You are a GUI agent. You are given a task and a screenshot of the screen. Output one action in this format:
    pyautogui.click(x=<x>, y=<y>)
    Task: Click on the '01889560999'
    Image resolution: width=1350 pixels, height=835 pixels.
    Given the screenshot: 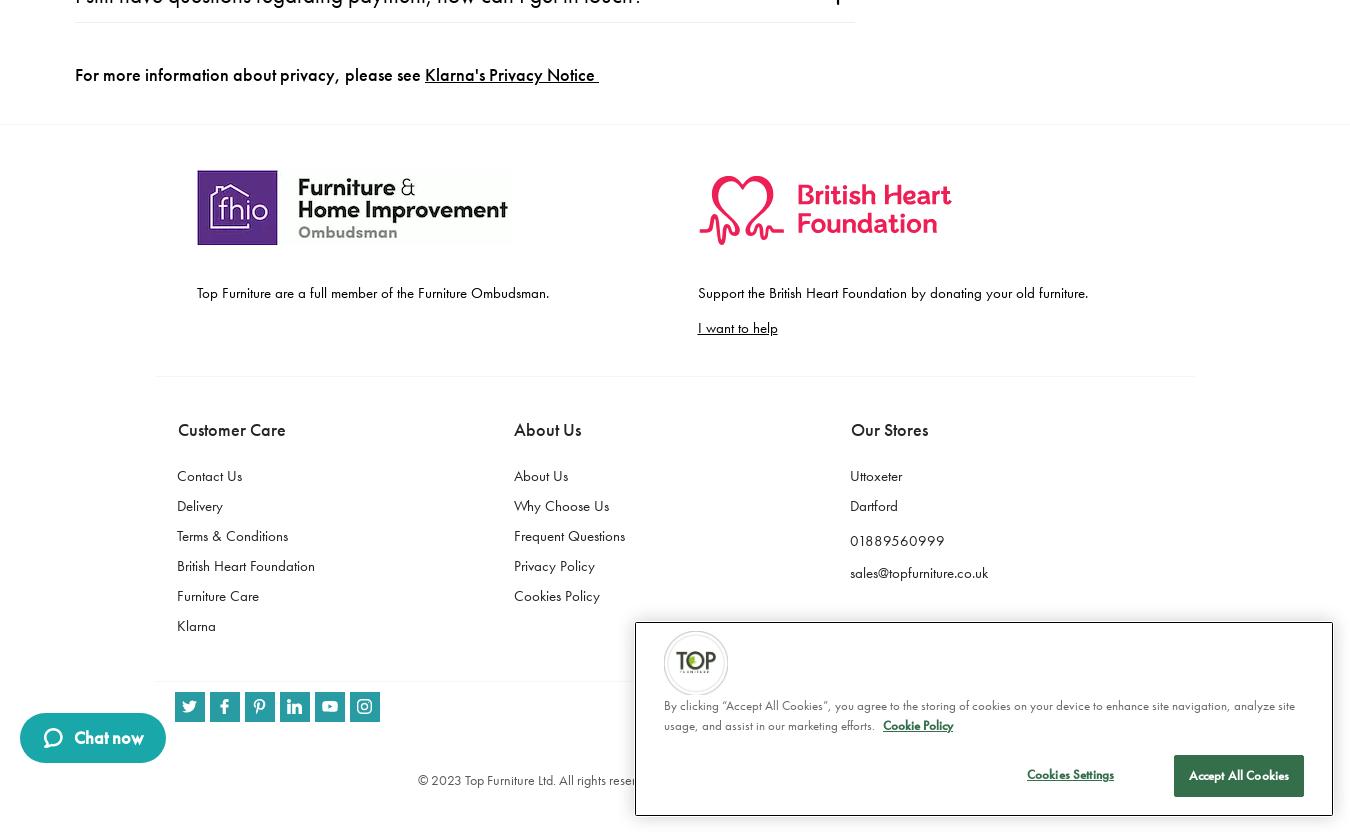 What is the action you would take?
    pyautogui.click(x=897, y=36)
    